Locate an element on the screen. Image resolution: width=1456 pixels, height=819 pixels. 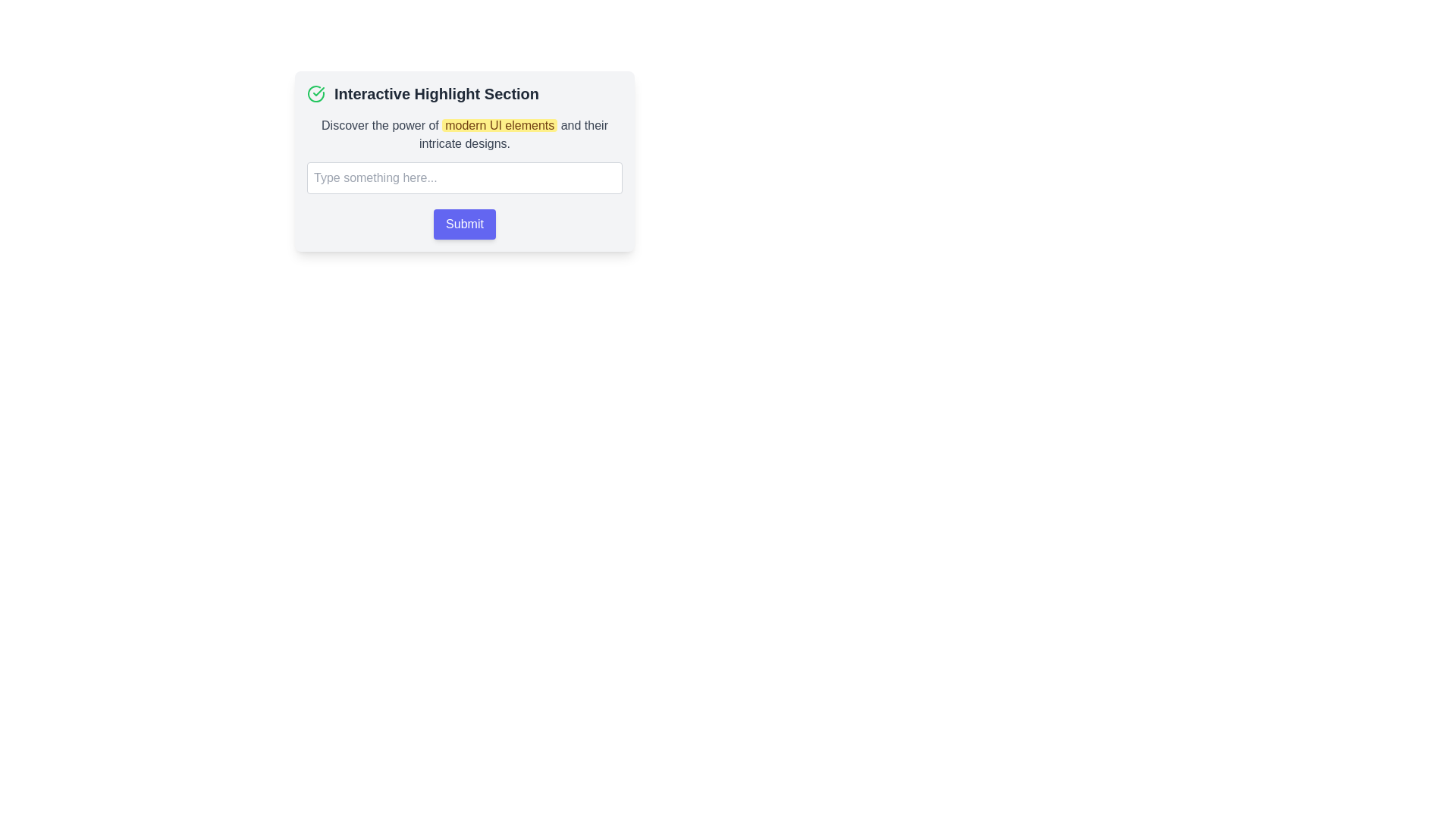
the submission button located at the lower part of the 'Interactive Highlight Section' is located at coordinates (464, 224).